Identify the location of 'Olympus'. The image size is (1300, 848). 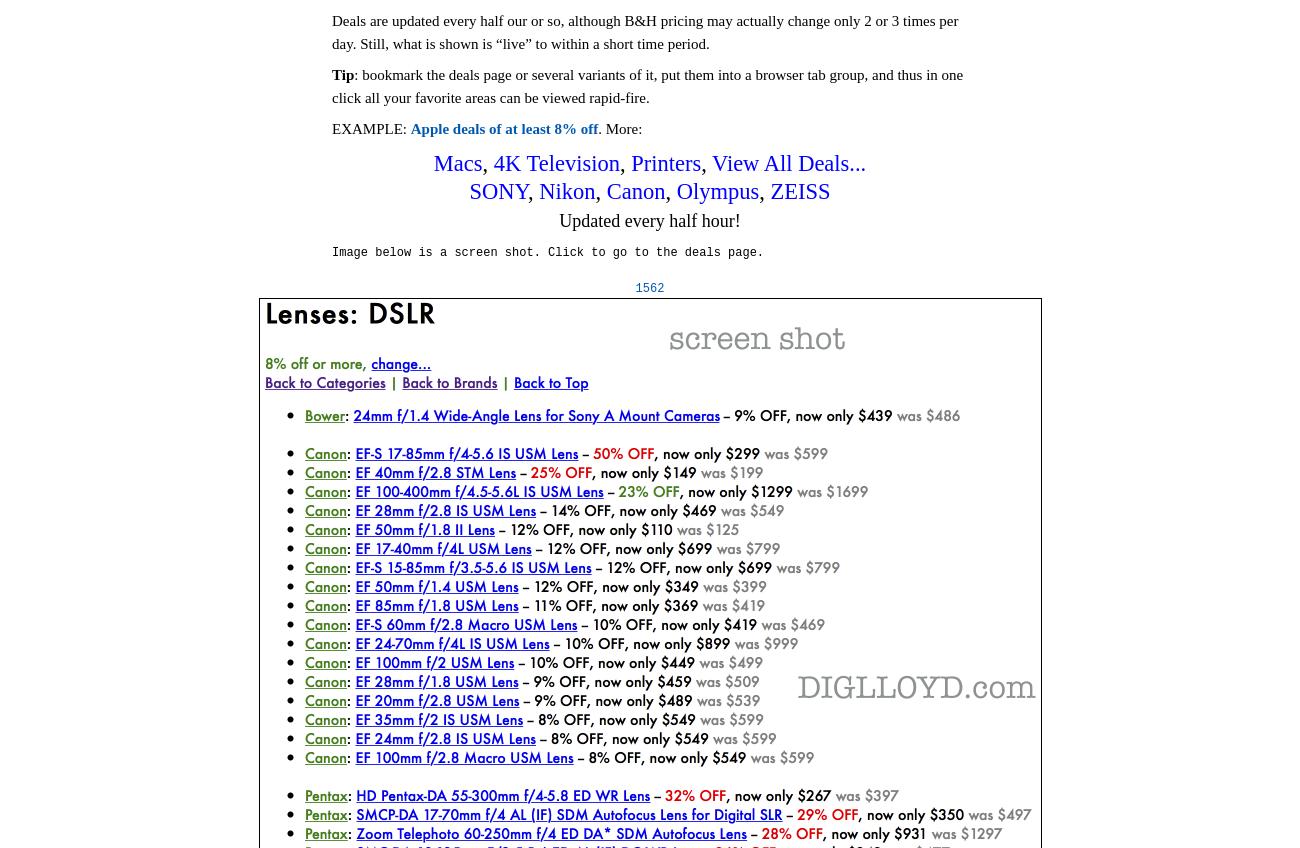
(717, 191).